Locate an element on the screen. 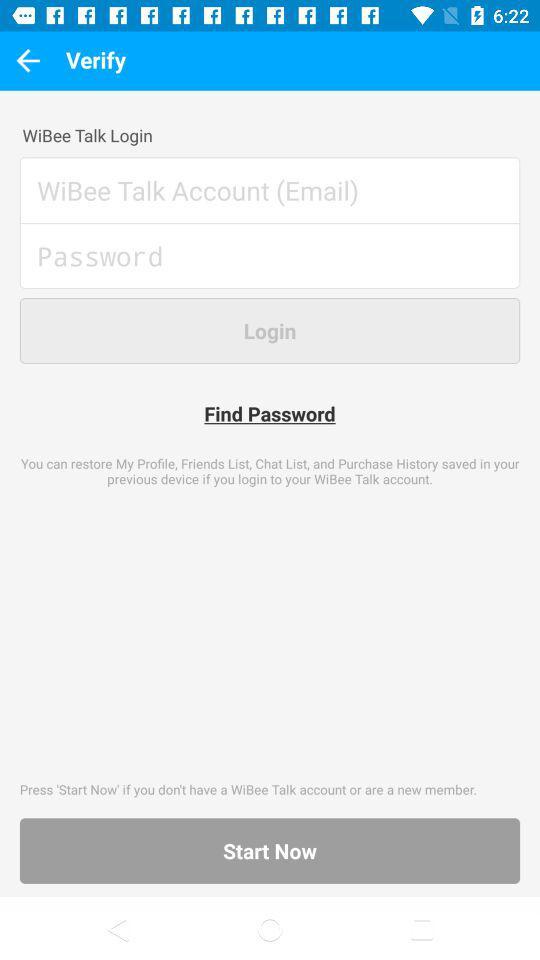 The image size is (540, 960). the button which is above find password is located at coordinates (270, 331).